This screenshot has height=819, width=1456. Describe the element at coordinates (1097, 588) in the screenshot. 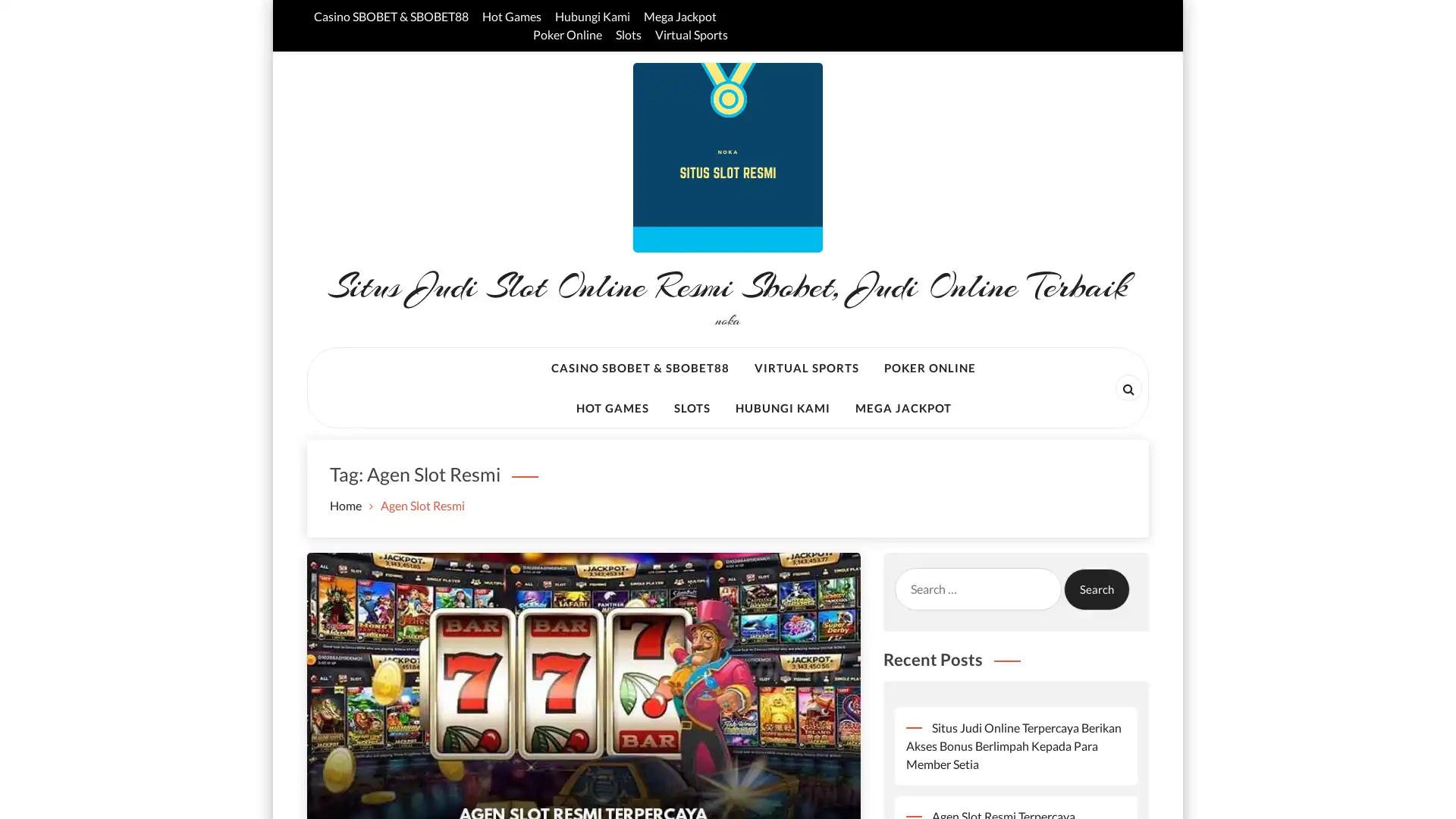

I see `Search` at that location.